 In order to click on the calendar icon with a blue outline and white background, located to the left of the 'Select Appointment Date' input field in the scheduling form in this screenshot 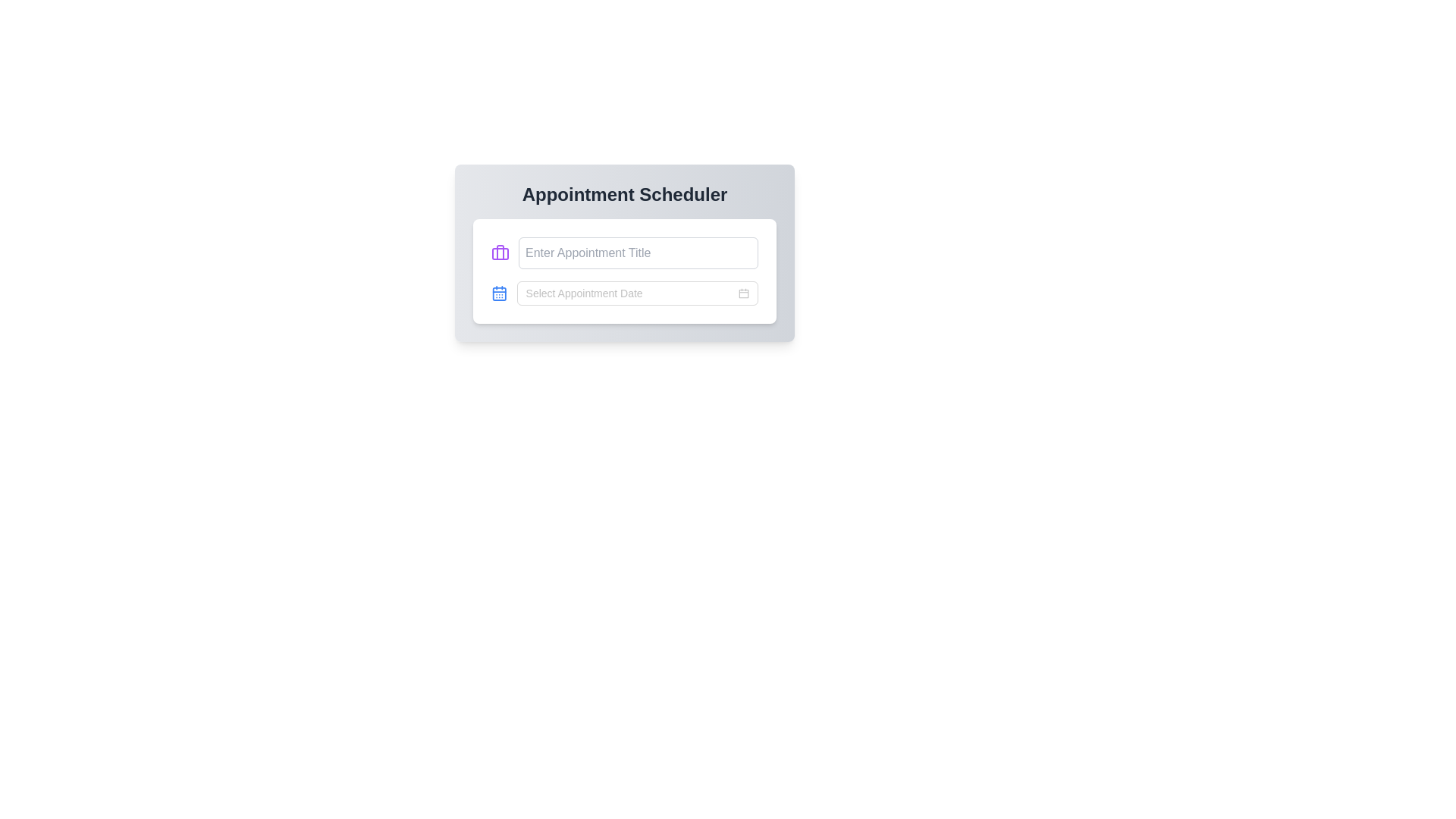, I will do `click(499, 293)`.